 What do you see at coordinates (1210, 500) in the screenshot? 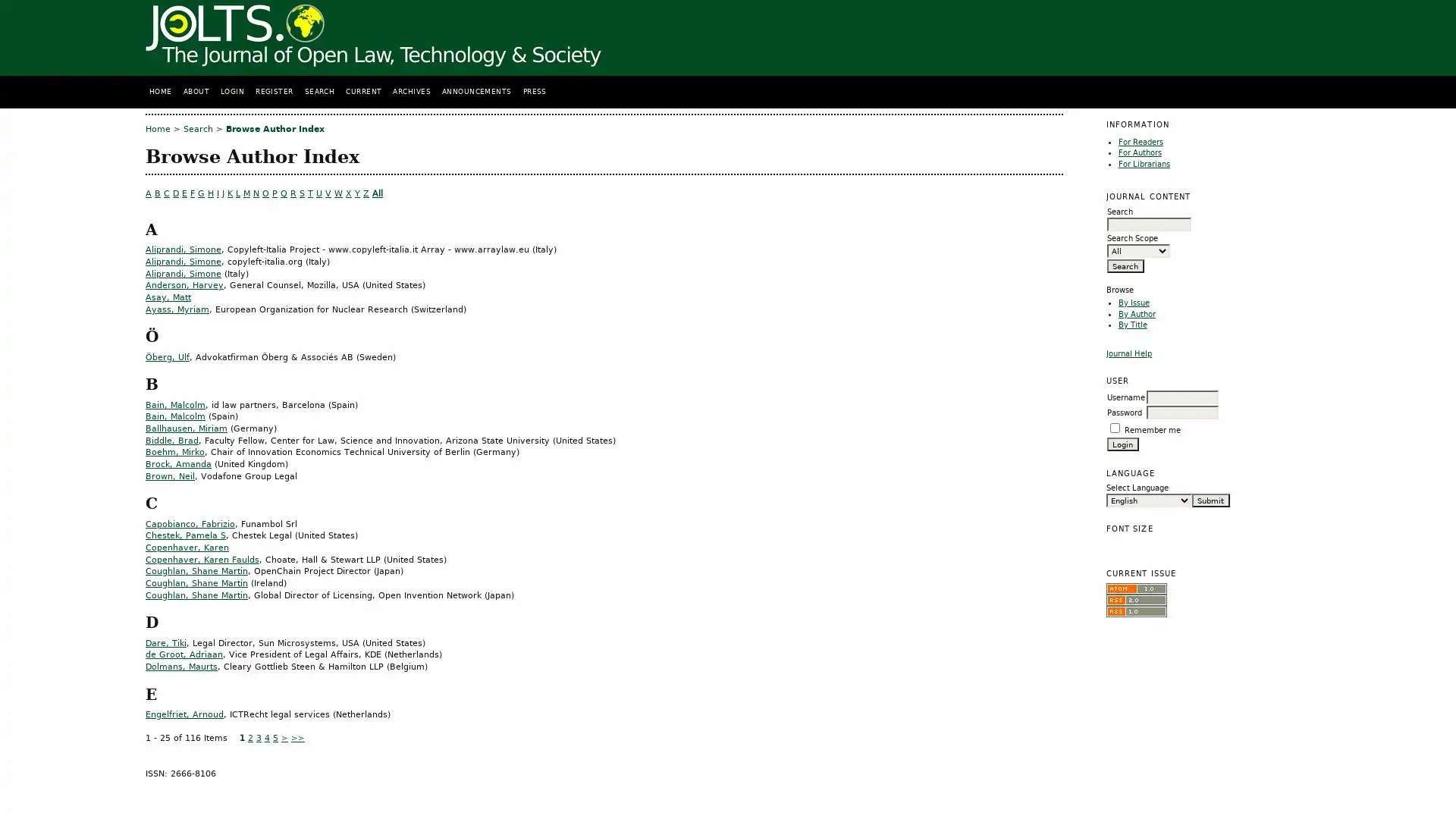
I see `Submit` at bounding box center [1210, 500].